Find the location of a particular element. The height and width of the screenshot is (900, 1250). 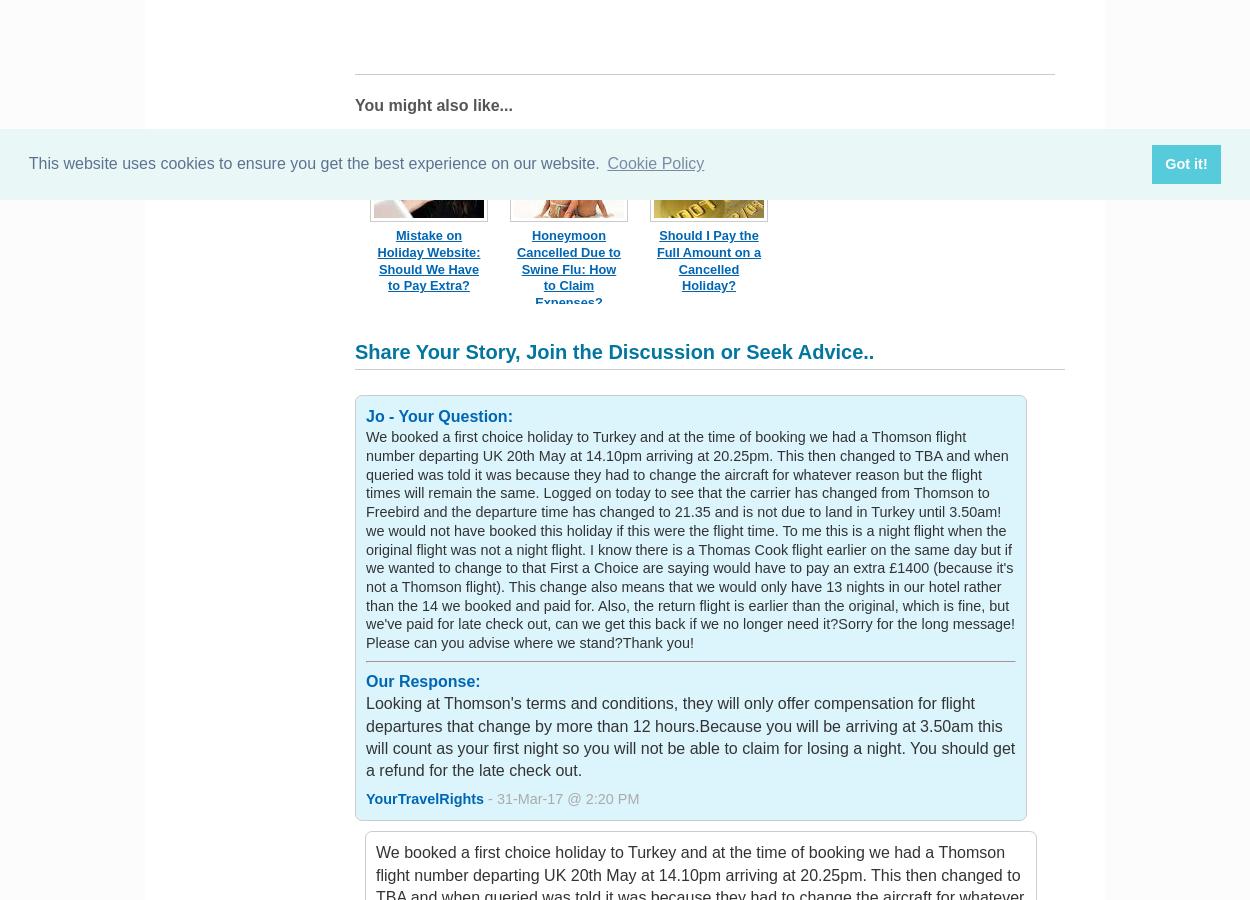

'Honeymoon Cancelled Due to Swine Flu: How to Claim Expenses?' is located at coordinates (567, 267).